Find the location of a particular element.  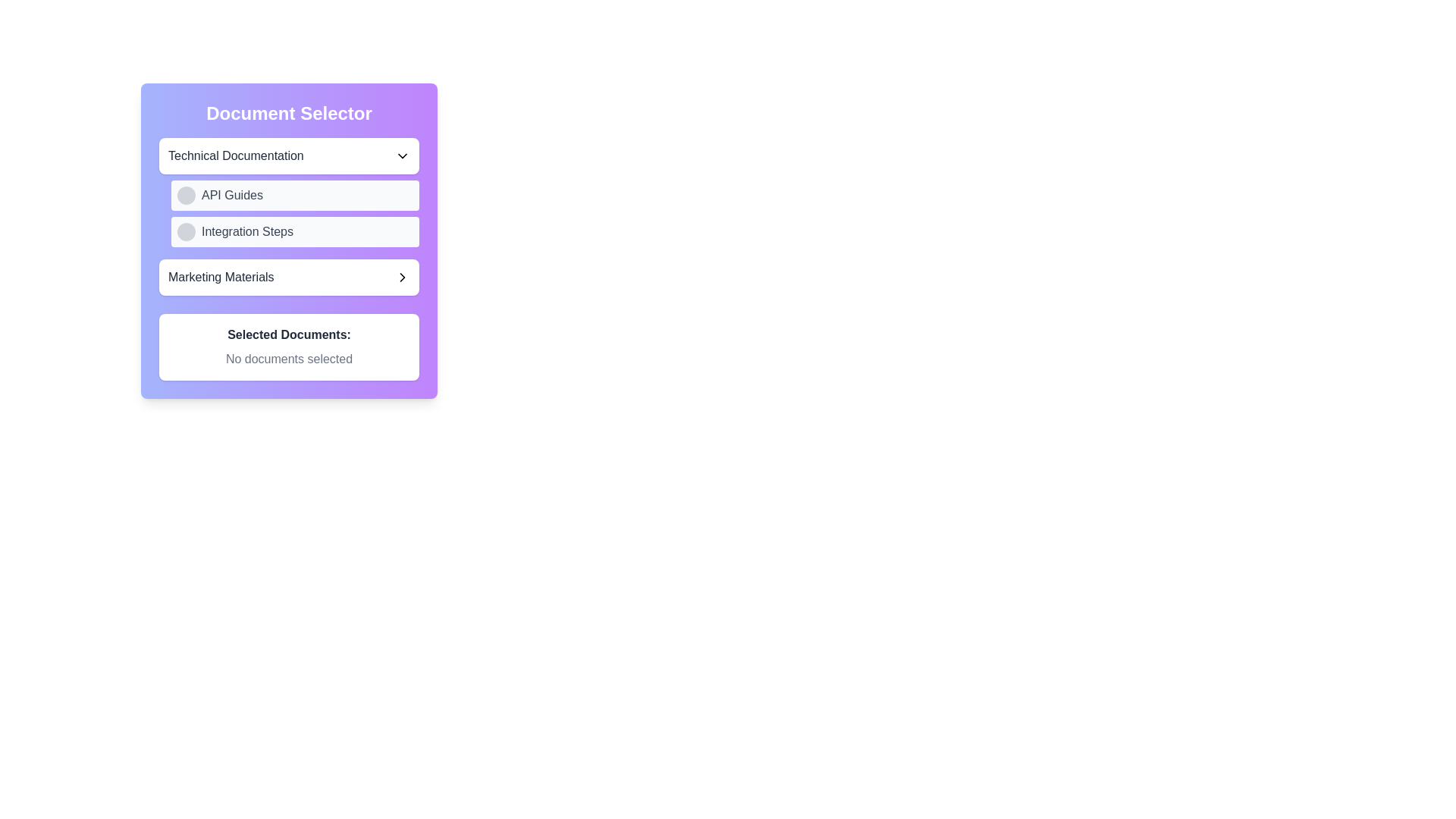

text content of the 'API Guides' label located in the second row of the 'Document Selector' panel under 'Technical Documentation', which is accompanied by a circular bullet icon is located at coordinates (231, 195).